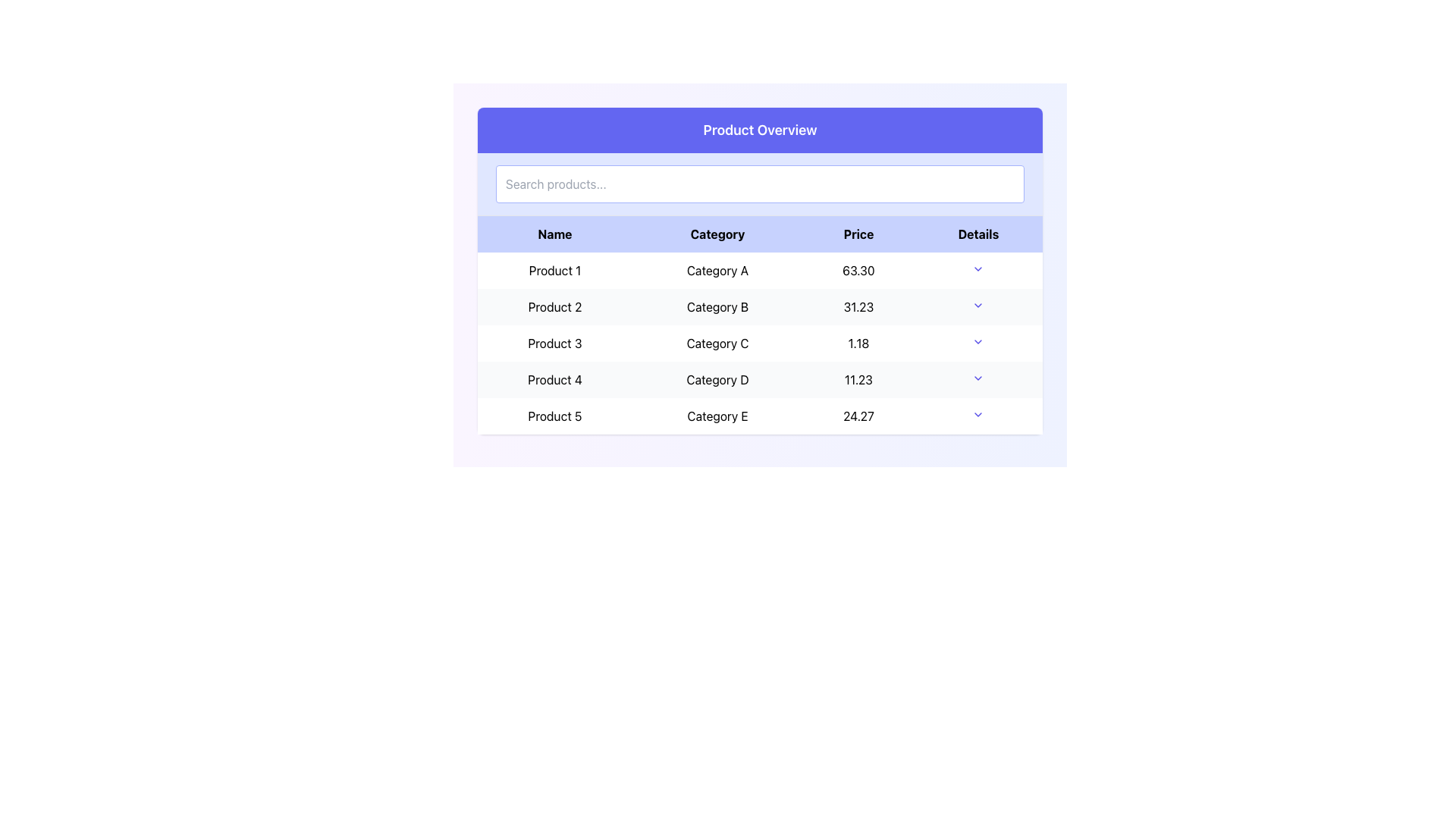 This screenshot has width=1456, height=819. What do you see at coordinates (978, 342) in the screenshot?
I see `the indigo downward chevron icon in the 'Details' column of the table for 'Product 3'` at bounding box center [978, 342].